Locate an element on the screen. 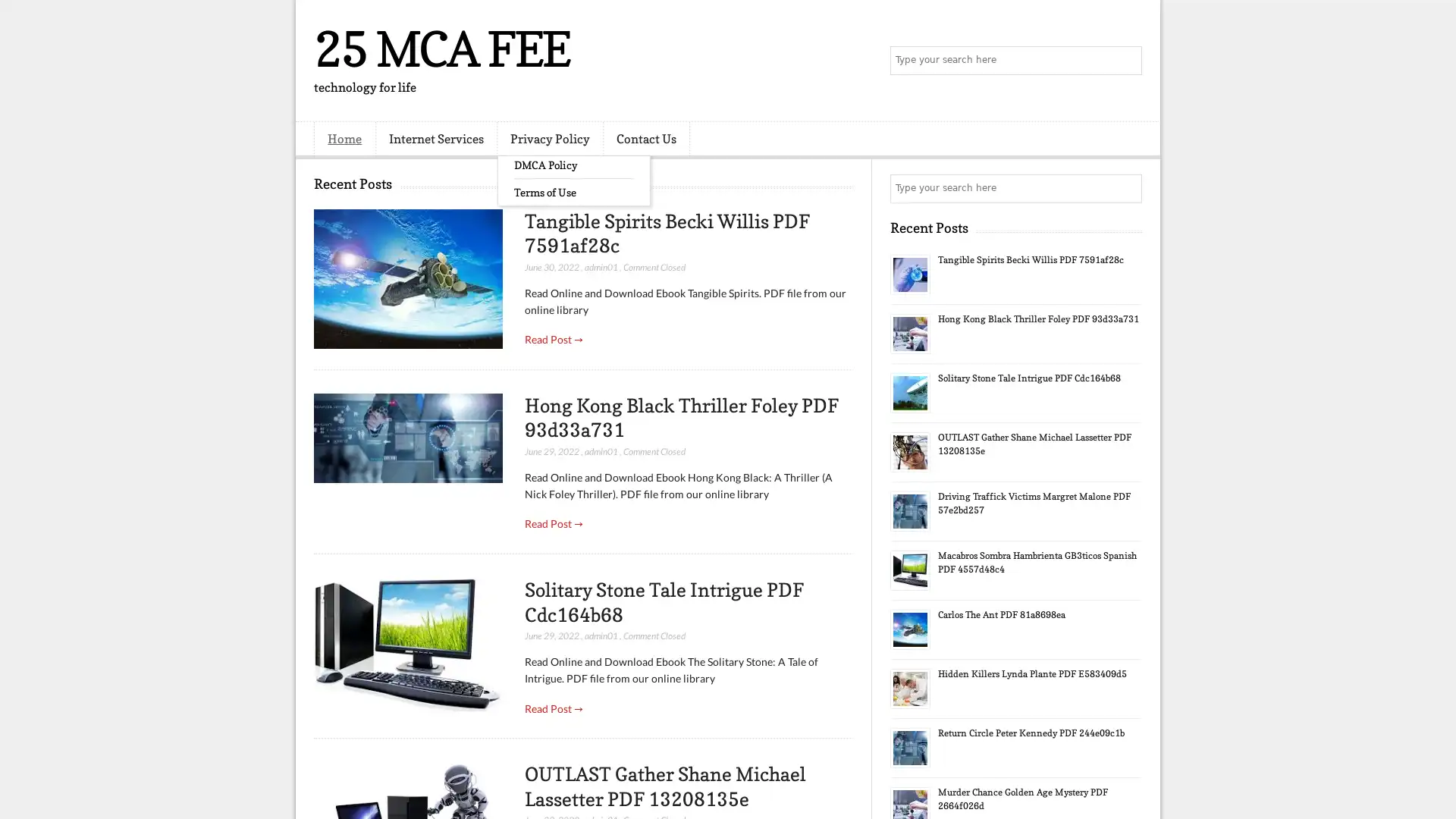  Search is located at coordinates (1126, 61).